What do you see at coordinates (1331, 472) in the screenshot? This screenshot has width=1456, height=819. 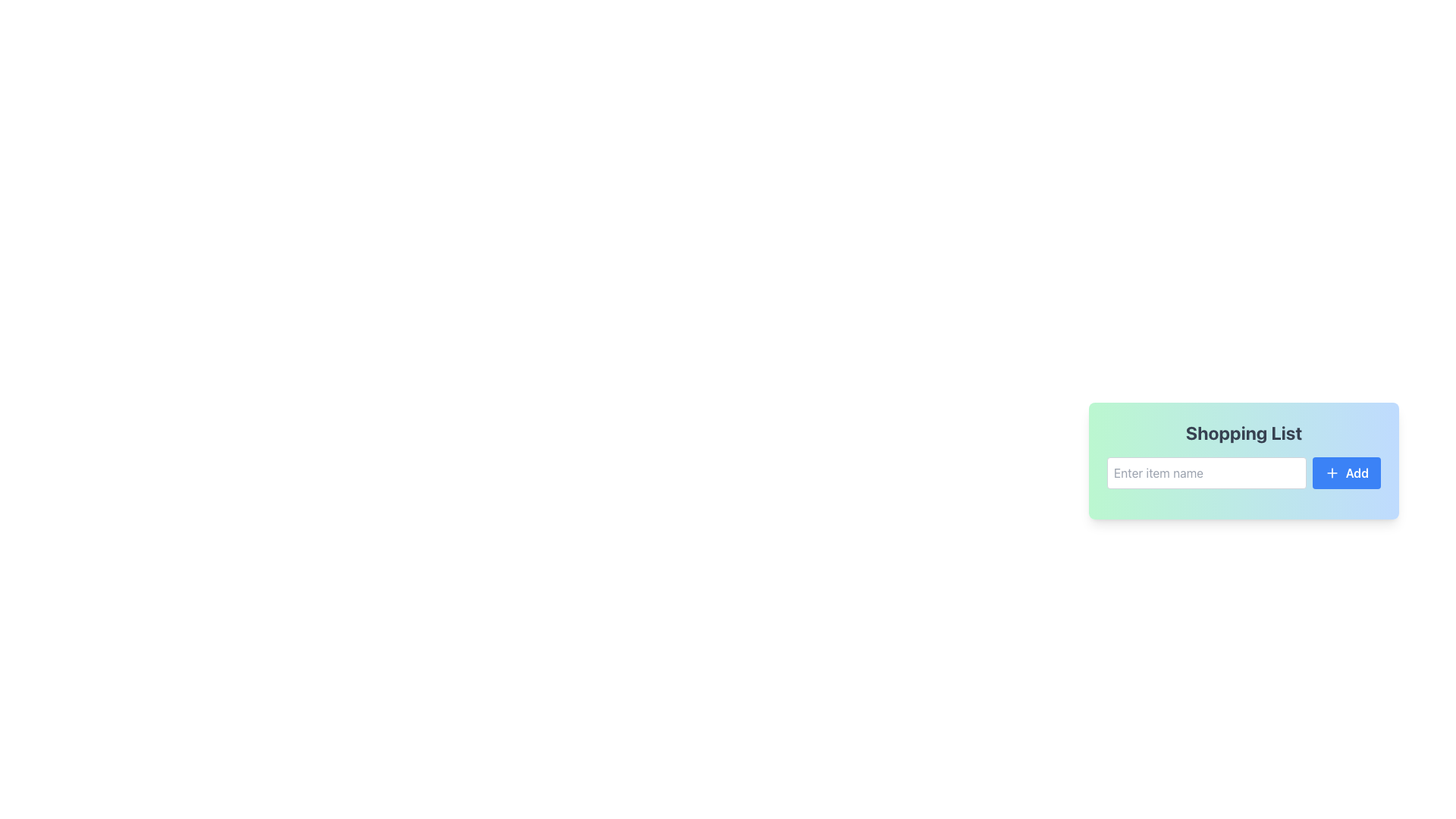 I see `the plus sign icon located within the 'Add' button at the bottom right of the shopping list panel, next to the text 'Add'` at bounding box center [1331, 472].